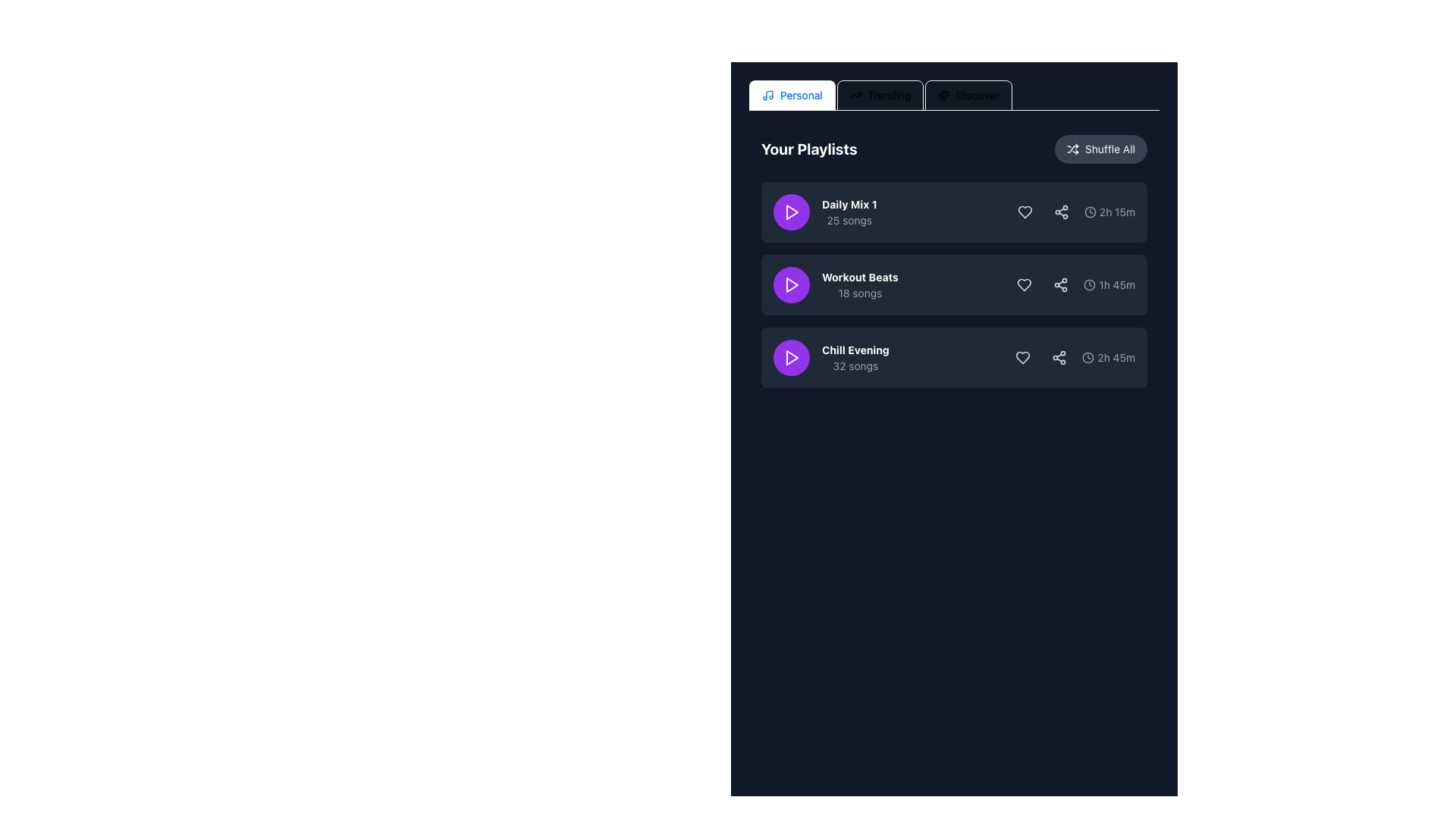  Describe the element at coordinates (968, 96) in the screenshot. I see `the 'Discover' tab, which is the third tab in the horizontal navigation bar` at that location.